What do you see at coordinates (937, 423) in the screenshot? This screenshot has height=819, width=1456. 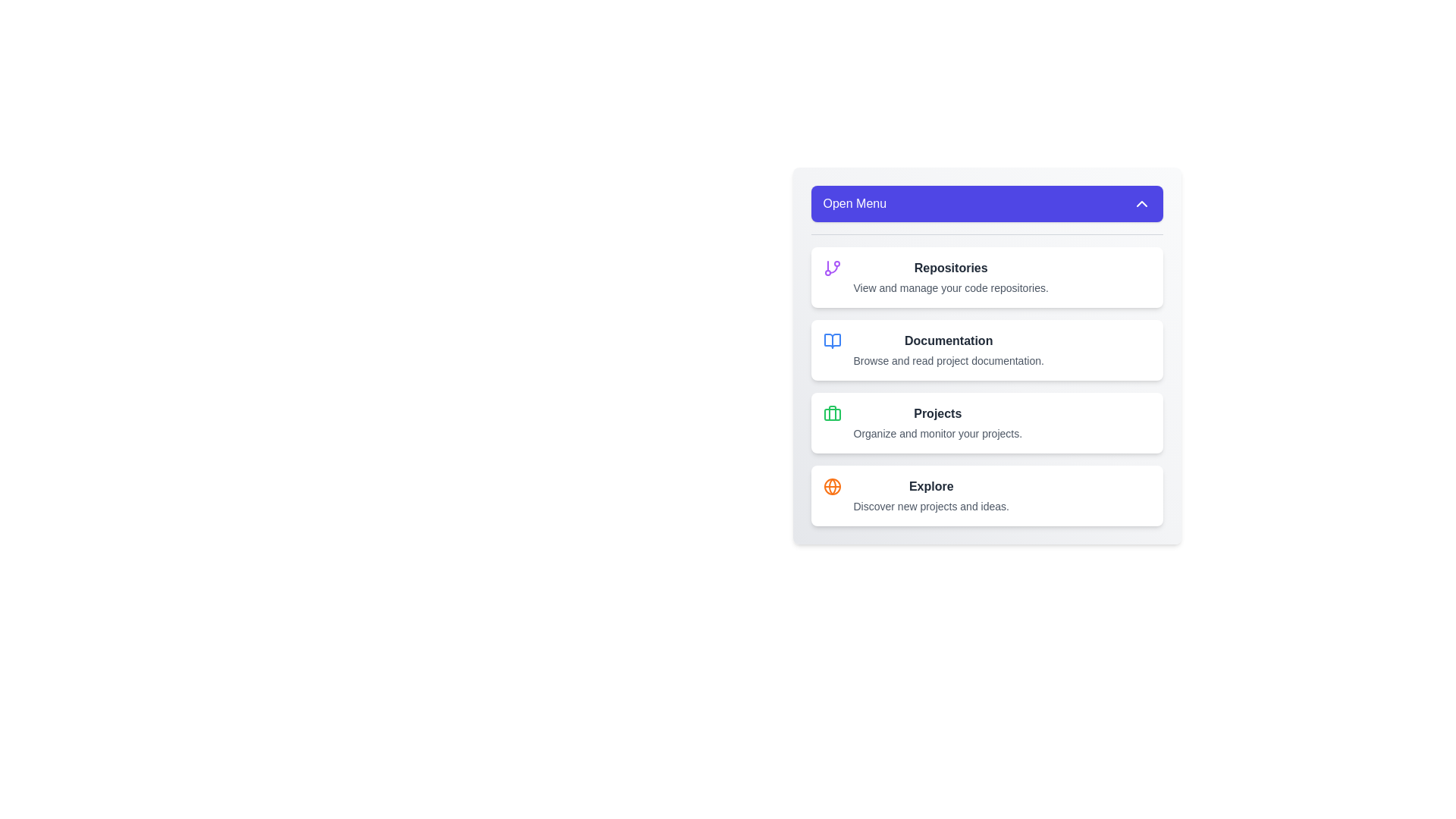 I see `the 'Projects' menu item, which includes a bold title and a short description, positioned as the third entry in a vertical stack of cards` at bounding box center [937, 423].